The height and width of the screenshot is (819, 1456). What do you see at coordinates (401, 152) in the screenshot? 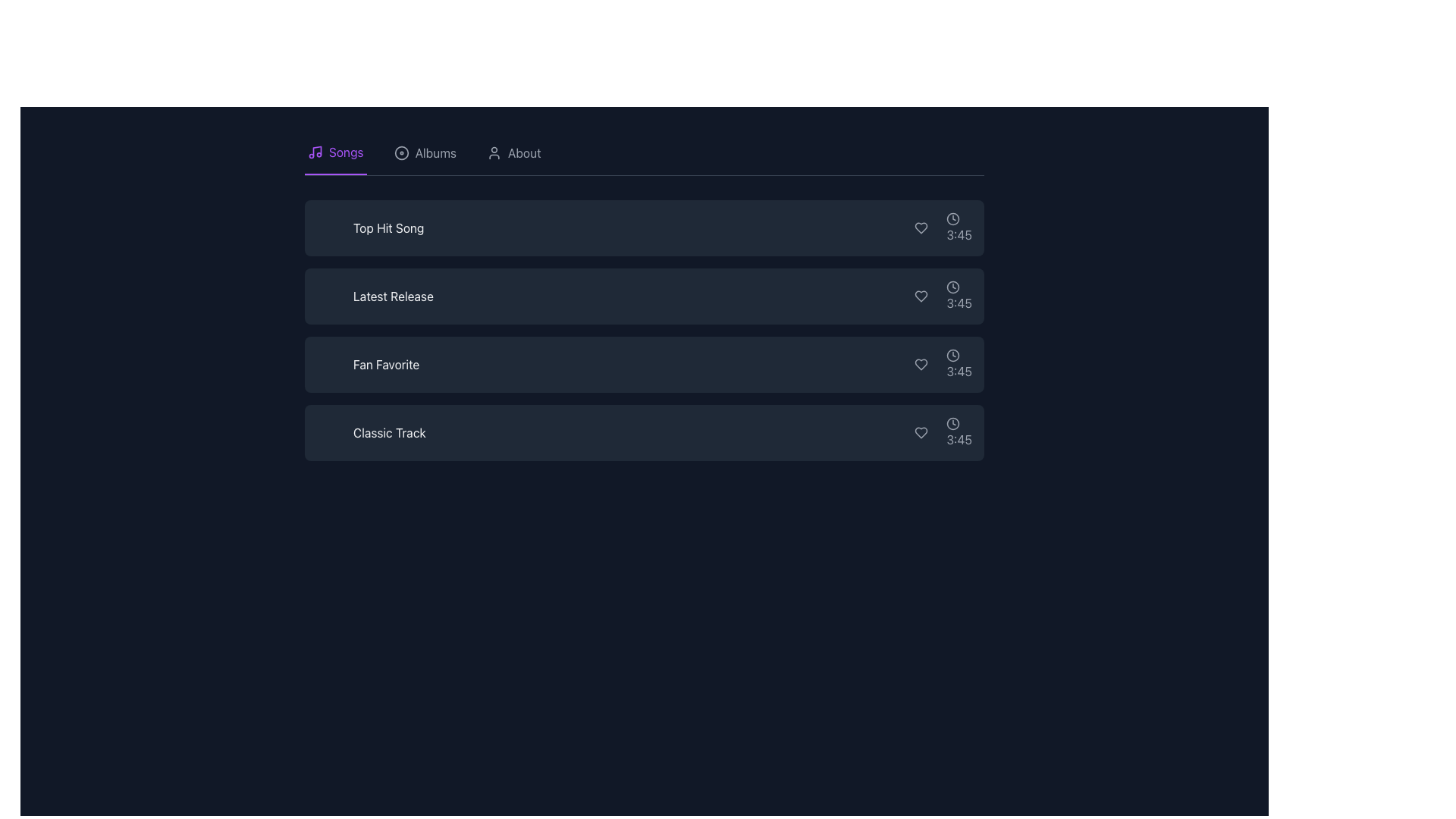
I see `the outer circular graphical component of the icon located beside the 'Albums' label in the navigation bar` at bounding box center [401, 152].